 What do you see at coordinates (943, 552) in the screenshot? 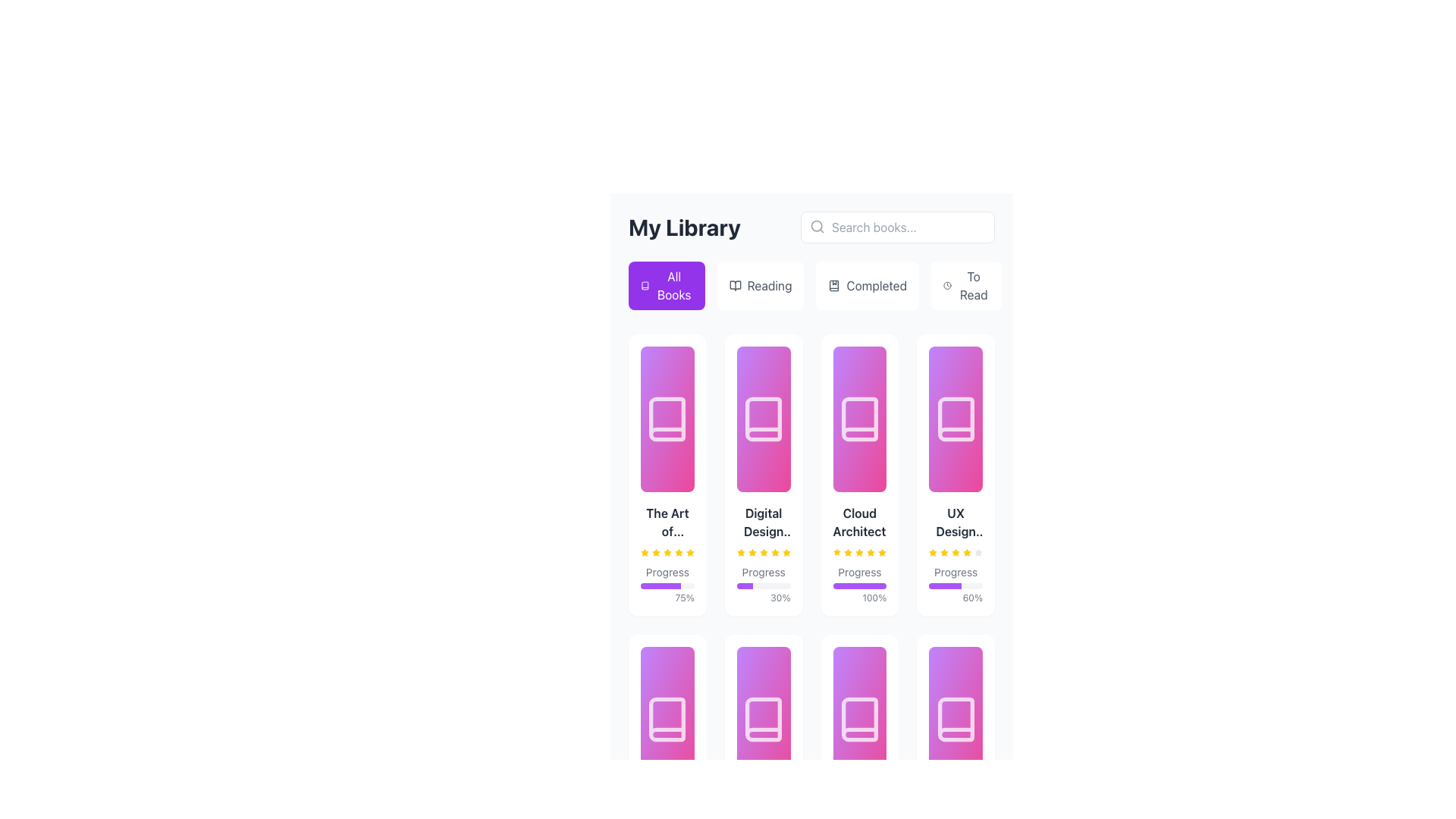
I see `the fourth star icon in the rating widget for the 'UX Design' book` at bounding box center [943, 552].